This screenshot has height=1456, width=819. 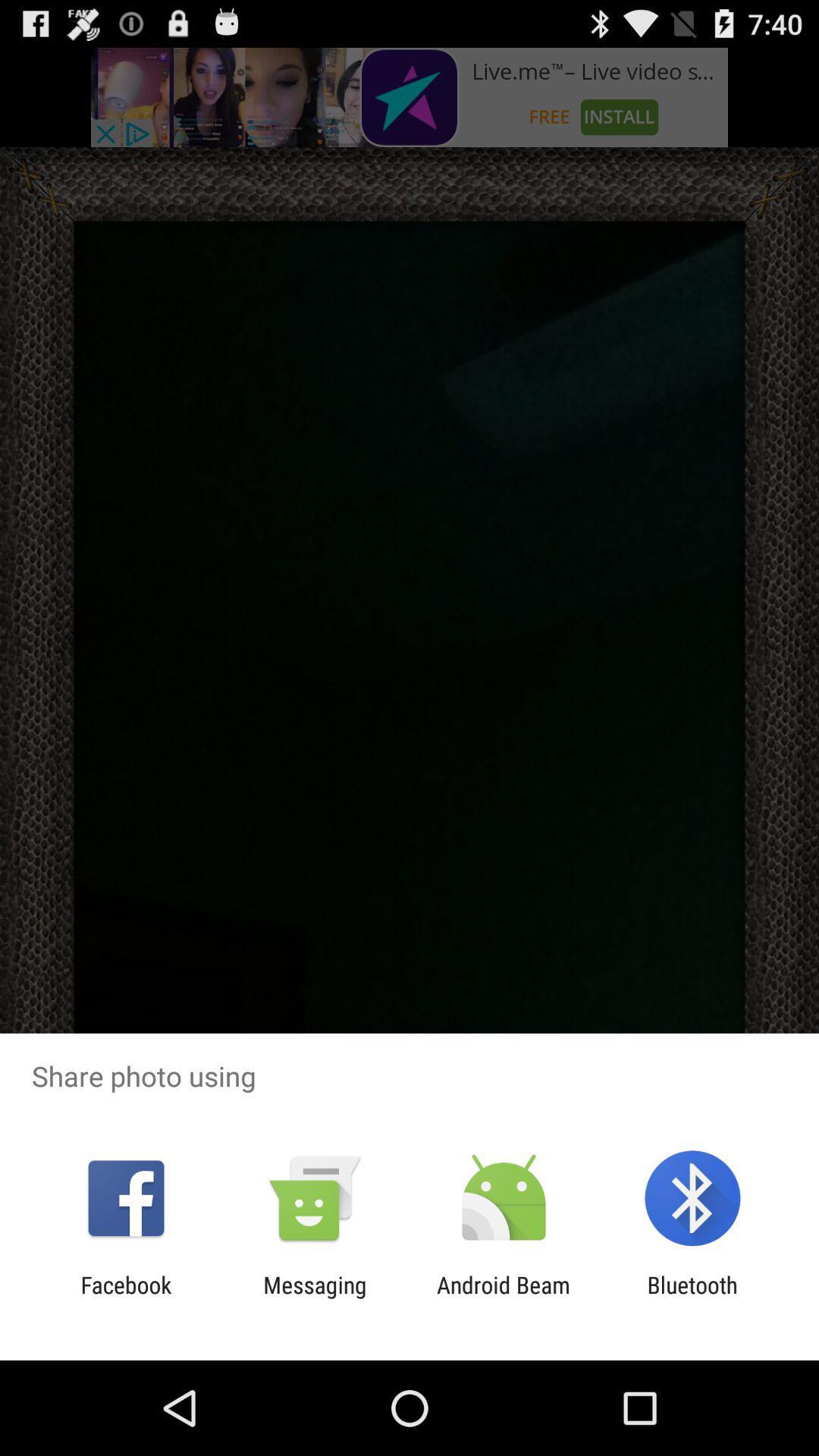 What do you see at coordinates (504, 1298) in the screenshot?
I see `android beam app` at bounding box center [504, 1298].